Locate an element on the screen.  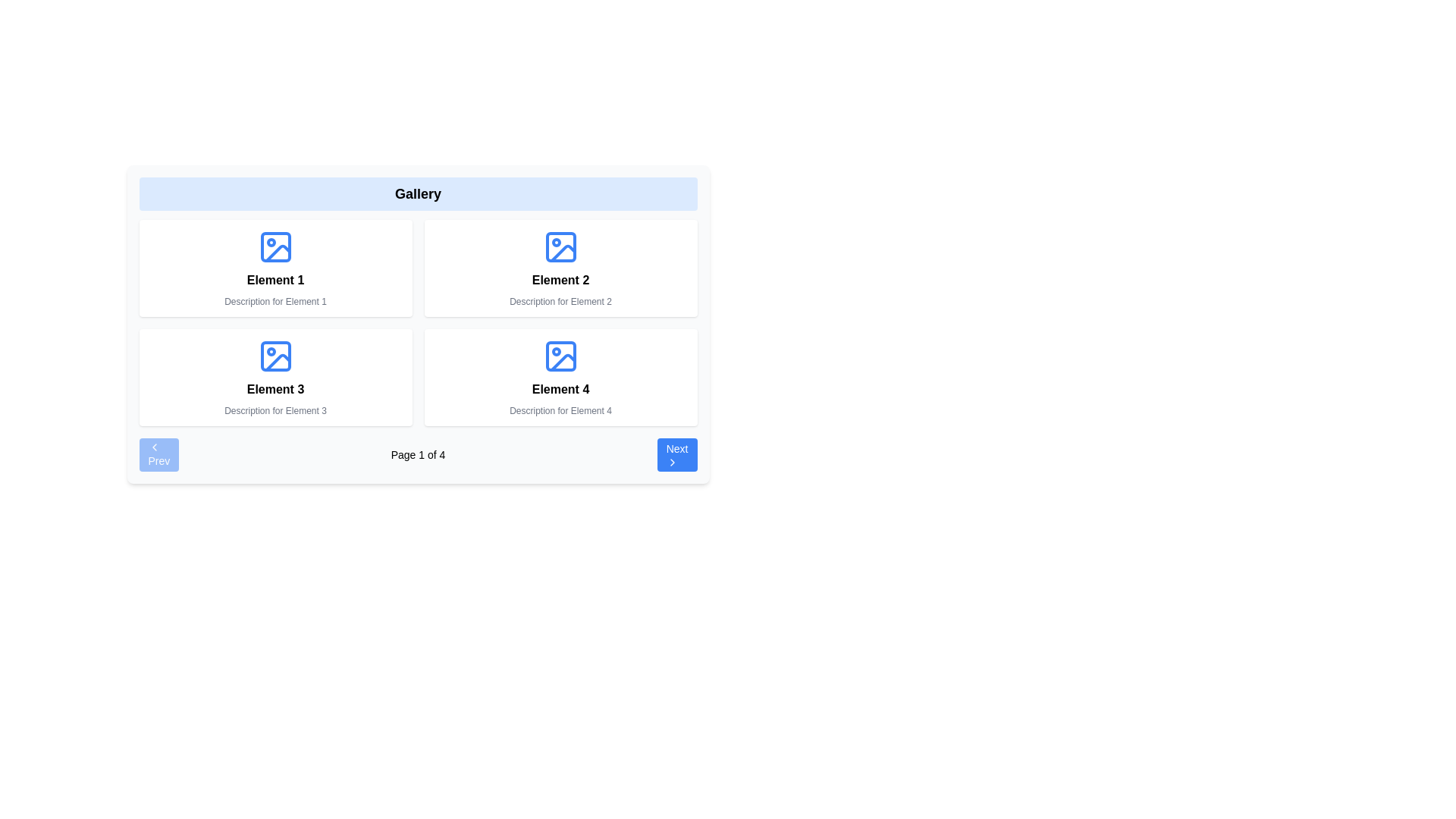
the page indicator text label that displays 'Page 1 of 4', located centrally in the bottom navigation section, between the 'Prev' and 'Next' buttons is located at coordinates (418, 454).